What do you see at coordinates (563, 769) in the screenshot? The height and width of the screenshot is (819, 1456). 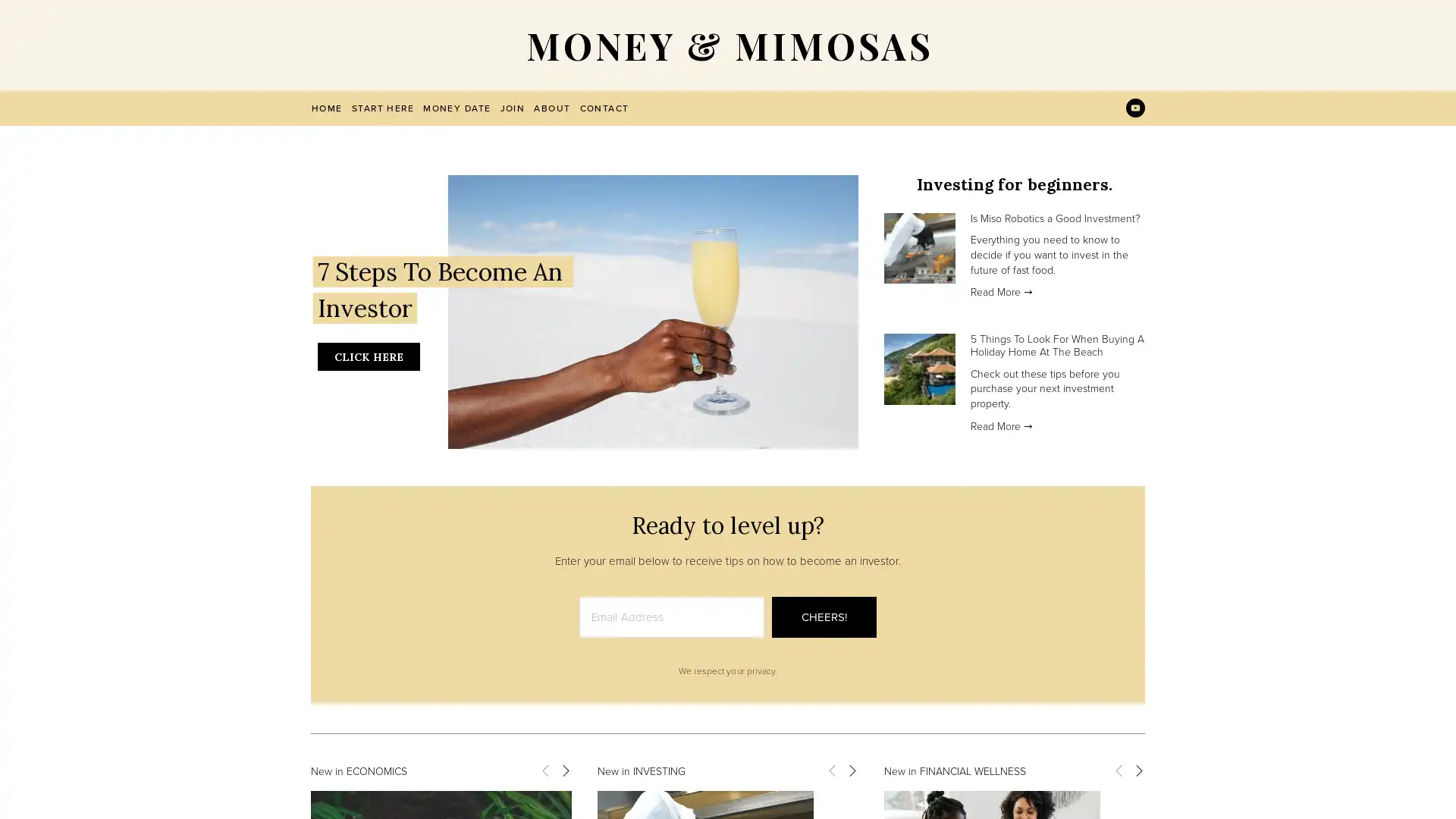 I see `Next` at bounding box center [563, 769].